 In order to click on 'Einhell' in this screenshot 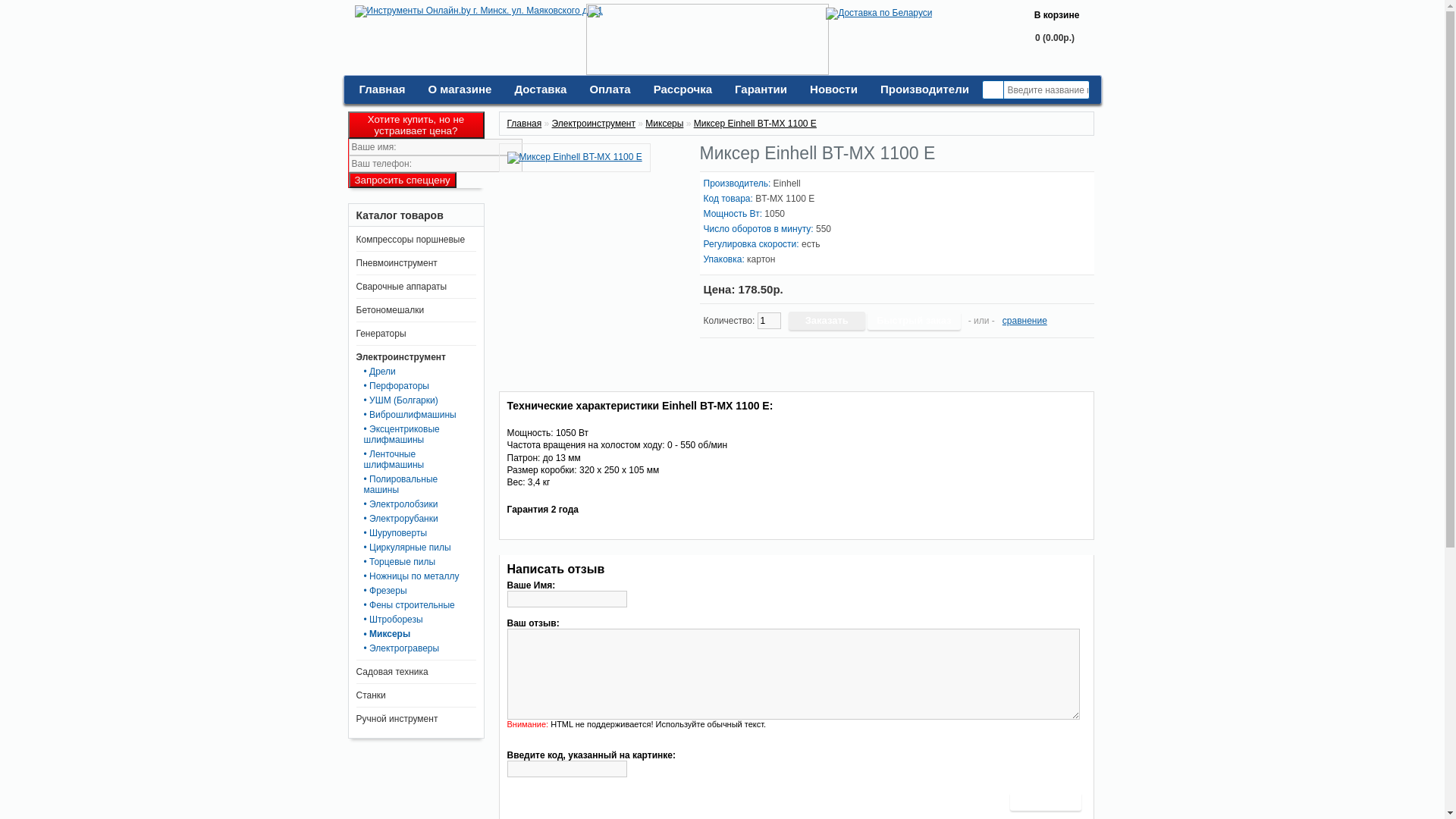, I will do `click(773, 183)`.